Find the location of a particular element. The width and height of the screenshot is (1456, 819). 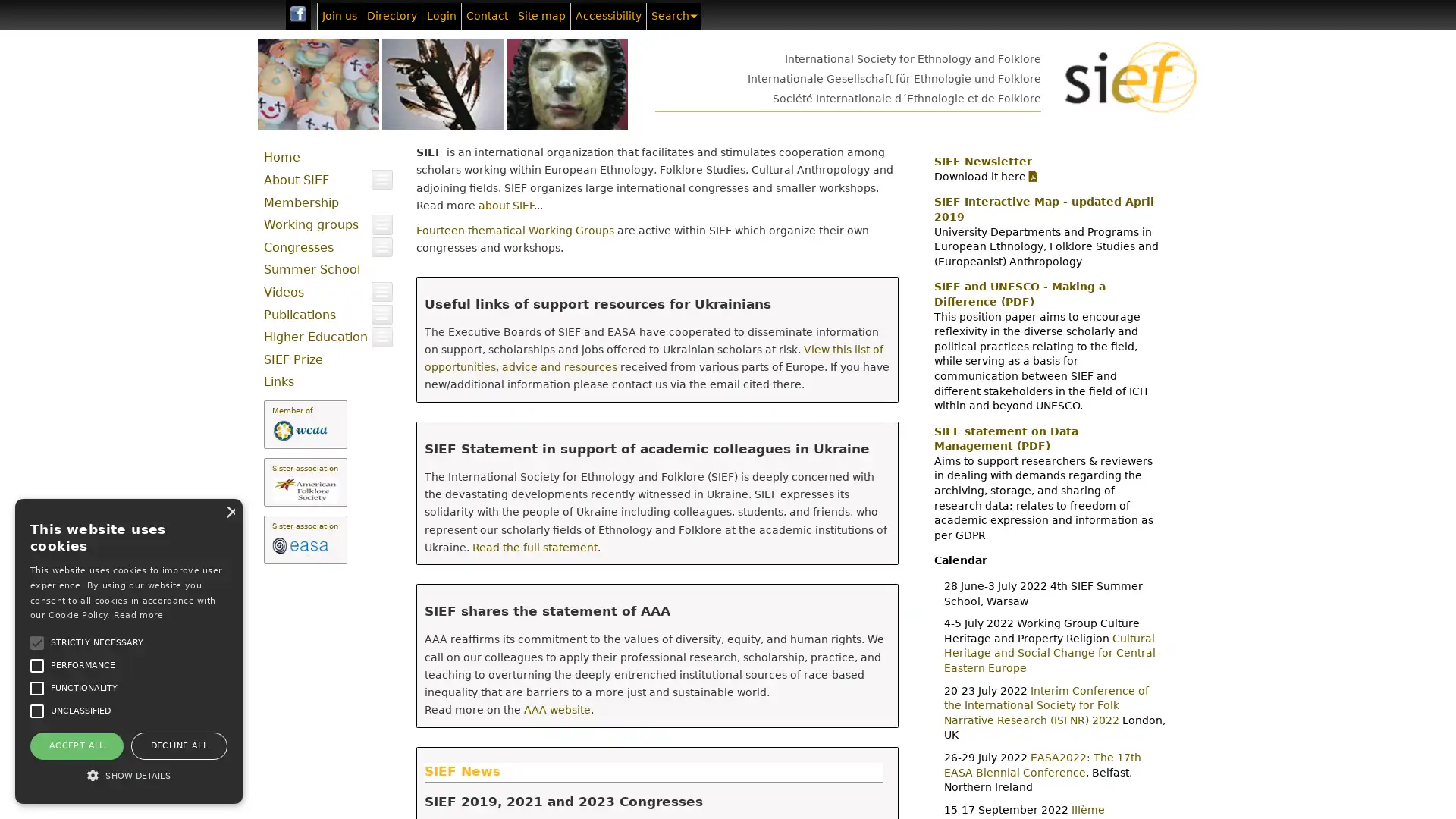

DECLINE ALL is located at coordinates (178, 745).